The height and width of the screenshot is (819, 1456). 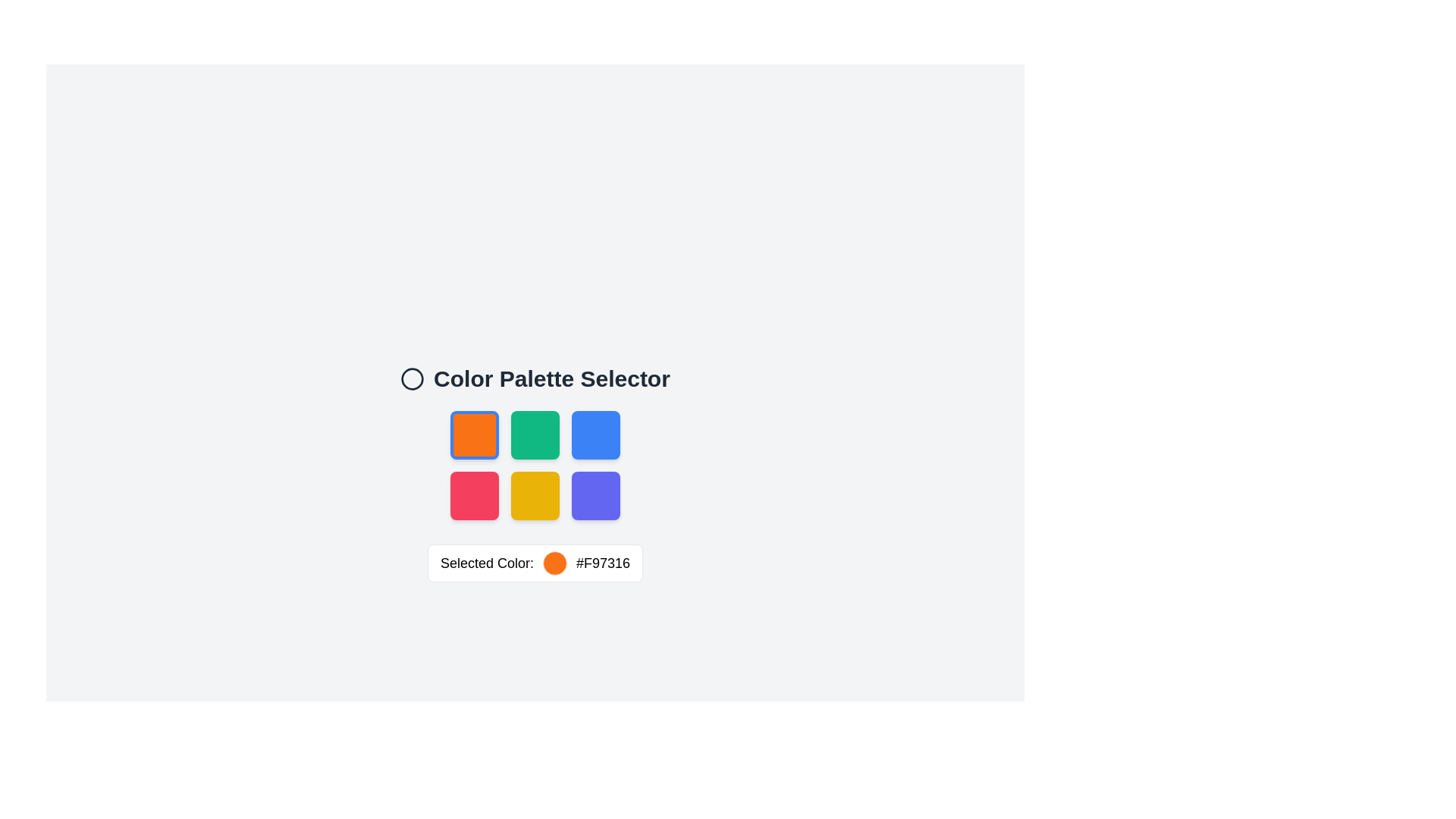 What do you see at coordinates (413, 378) in the screenshot?
I see `the inner circle SVG graphic located at the top left corner of the interface, near the title 'Color Palette Selector'` at bounding box center [413, 378].